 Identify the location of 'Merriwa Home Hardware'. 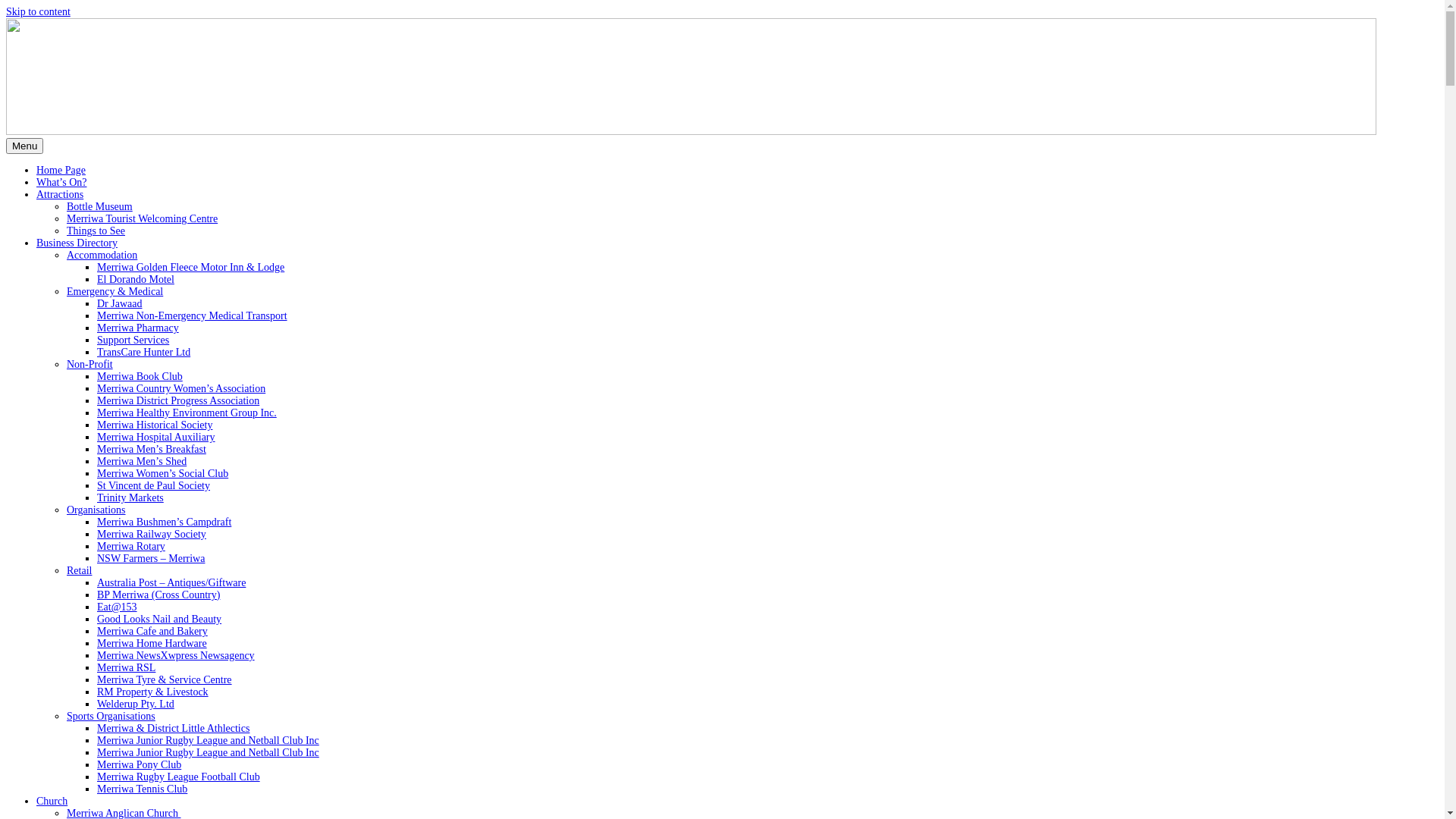
(96, 643).